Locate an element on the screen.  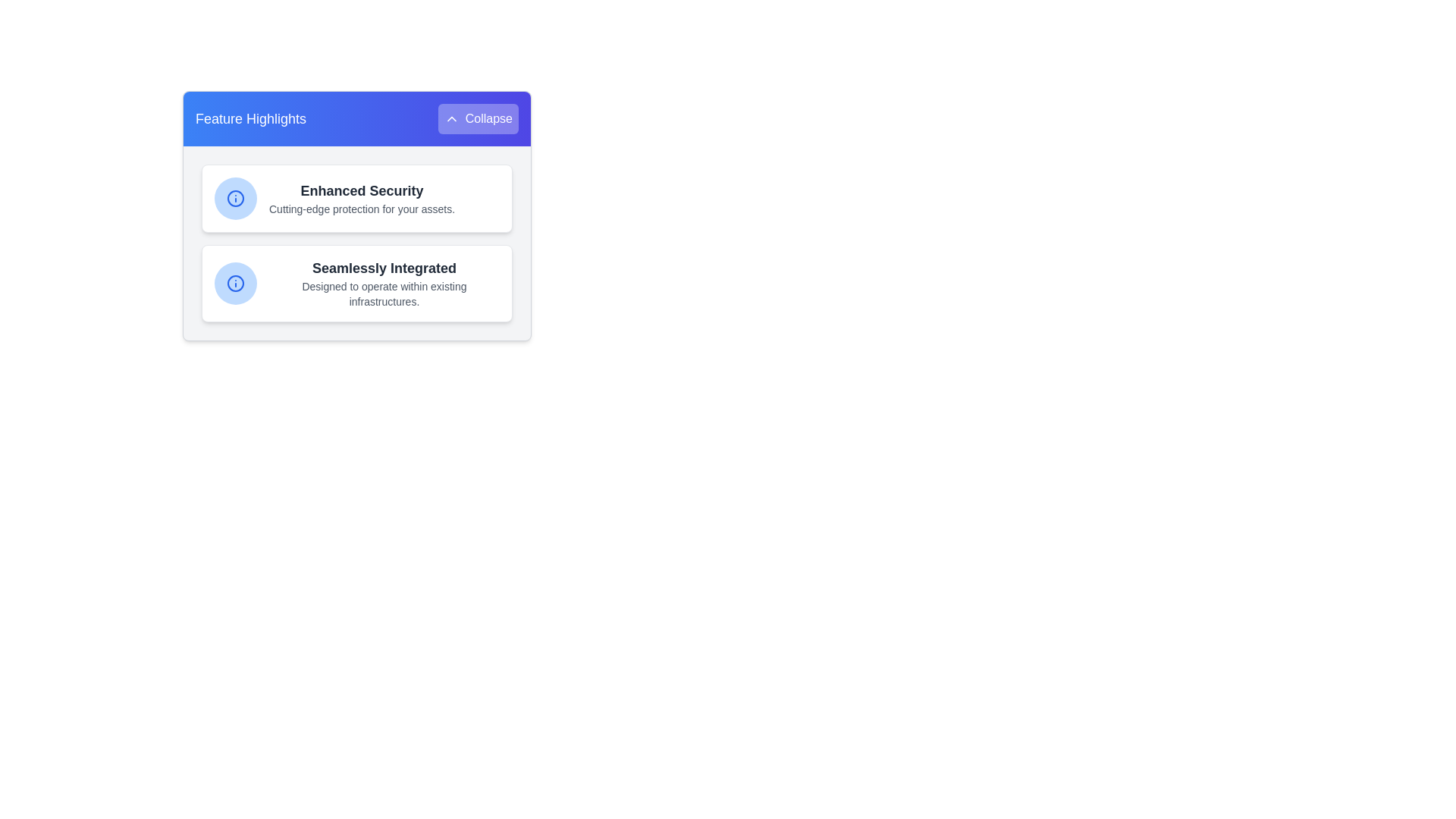
the circular icon with a blue outline and central 'i' symbol located in the second feature item of the list is located at coordinates (235, 198).